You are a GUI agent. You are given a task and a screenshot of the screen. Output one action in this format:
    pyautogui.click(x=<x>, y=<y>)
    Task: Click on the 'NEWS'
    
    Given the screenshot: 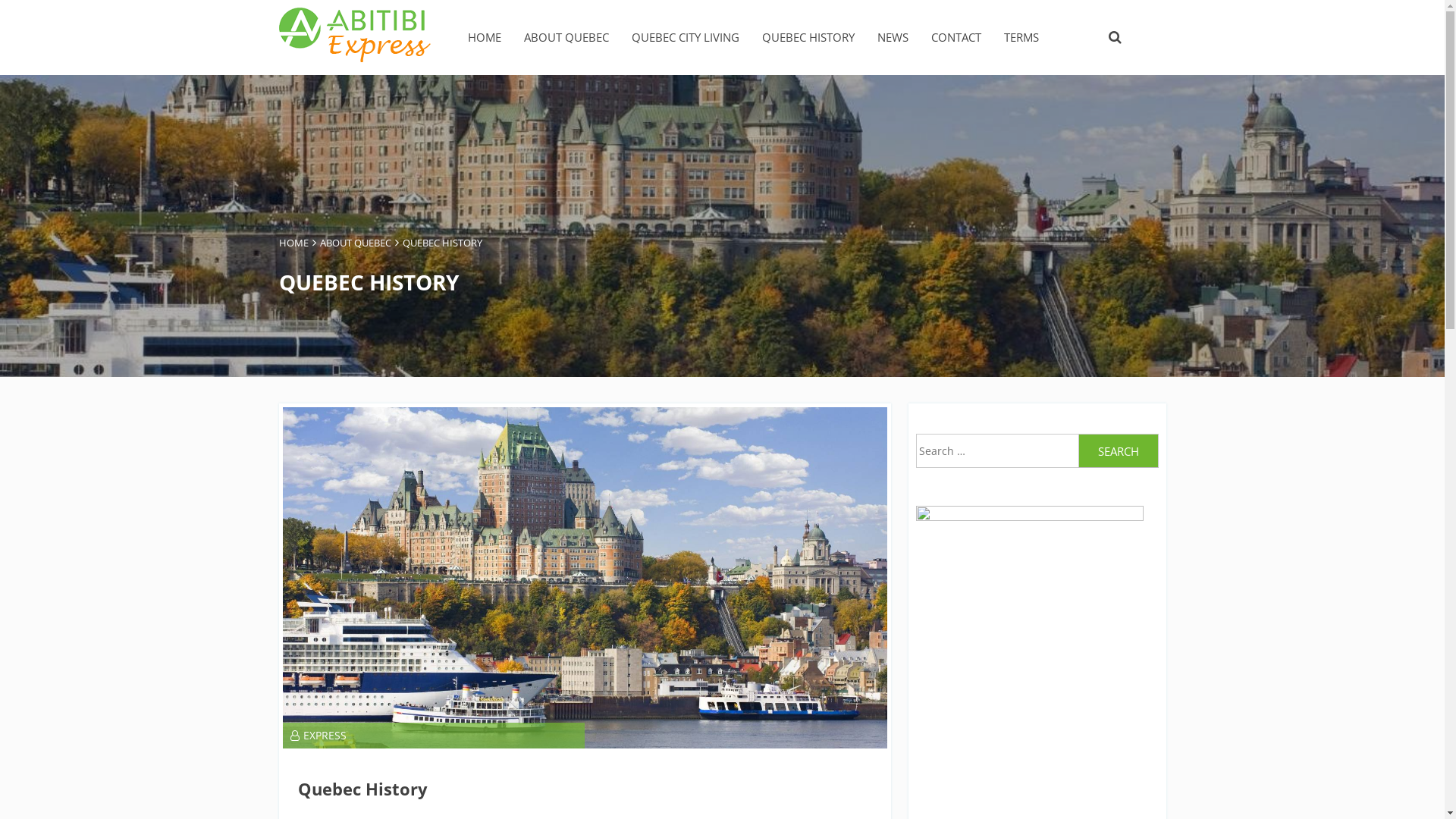 What is the action you would take?
    pyautogui.click(x=892, y=36)
    